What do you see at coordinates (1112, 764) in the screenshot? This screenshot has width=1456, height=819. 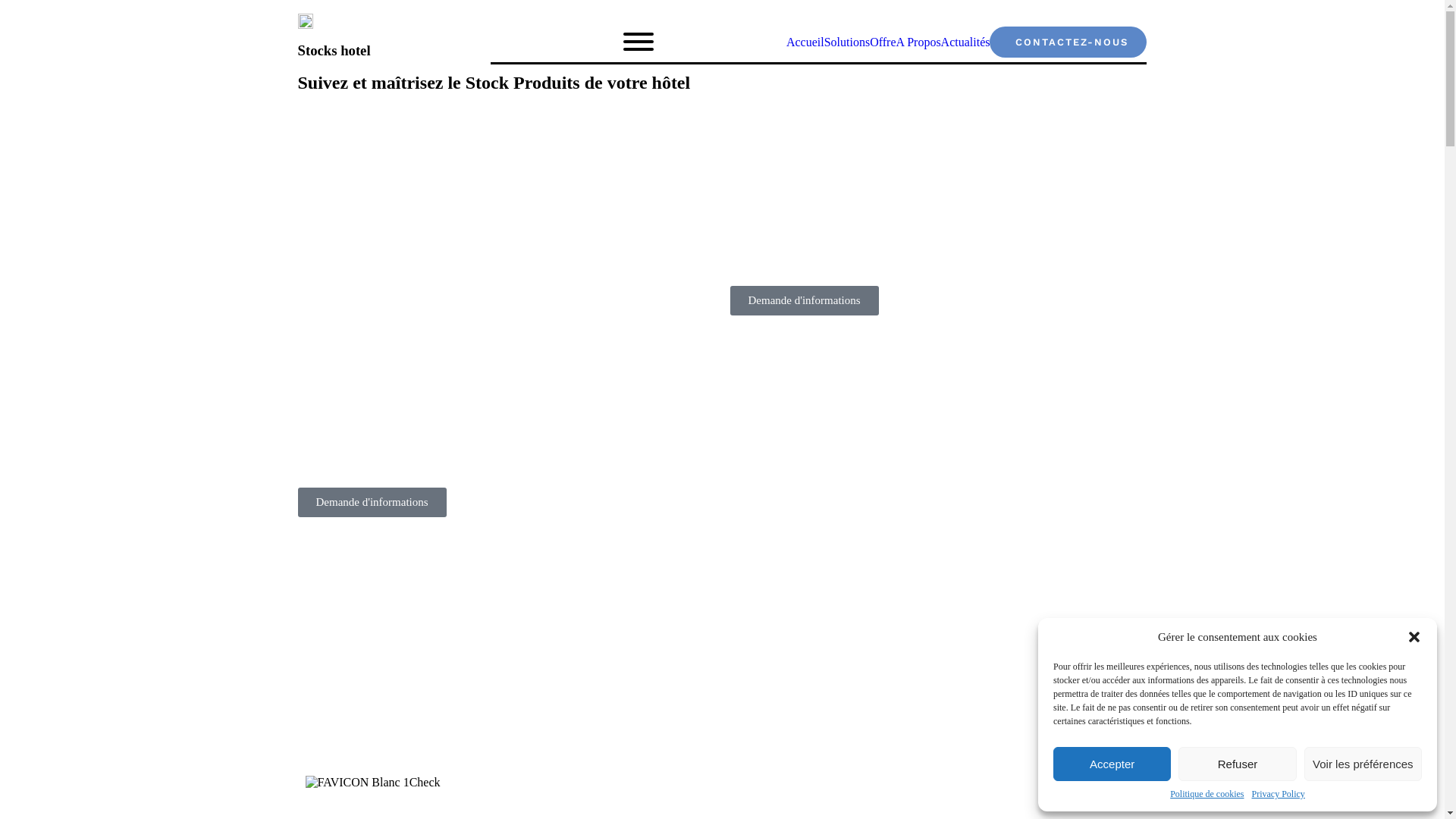 I see `'Accepter'` at bounding box center [1112, 764].